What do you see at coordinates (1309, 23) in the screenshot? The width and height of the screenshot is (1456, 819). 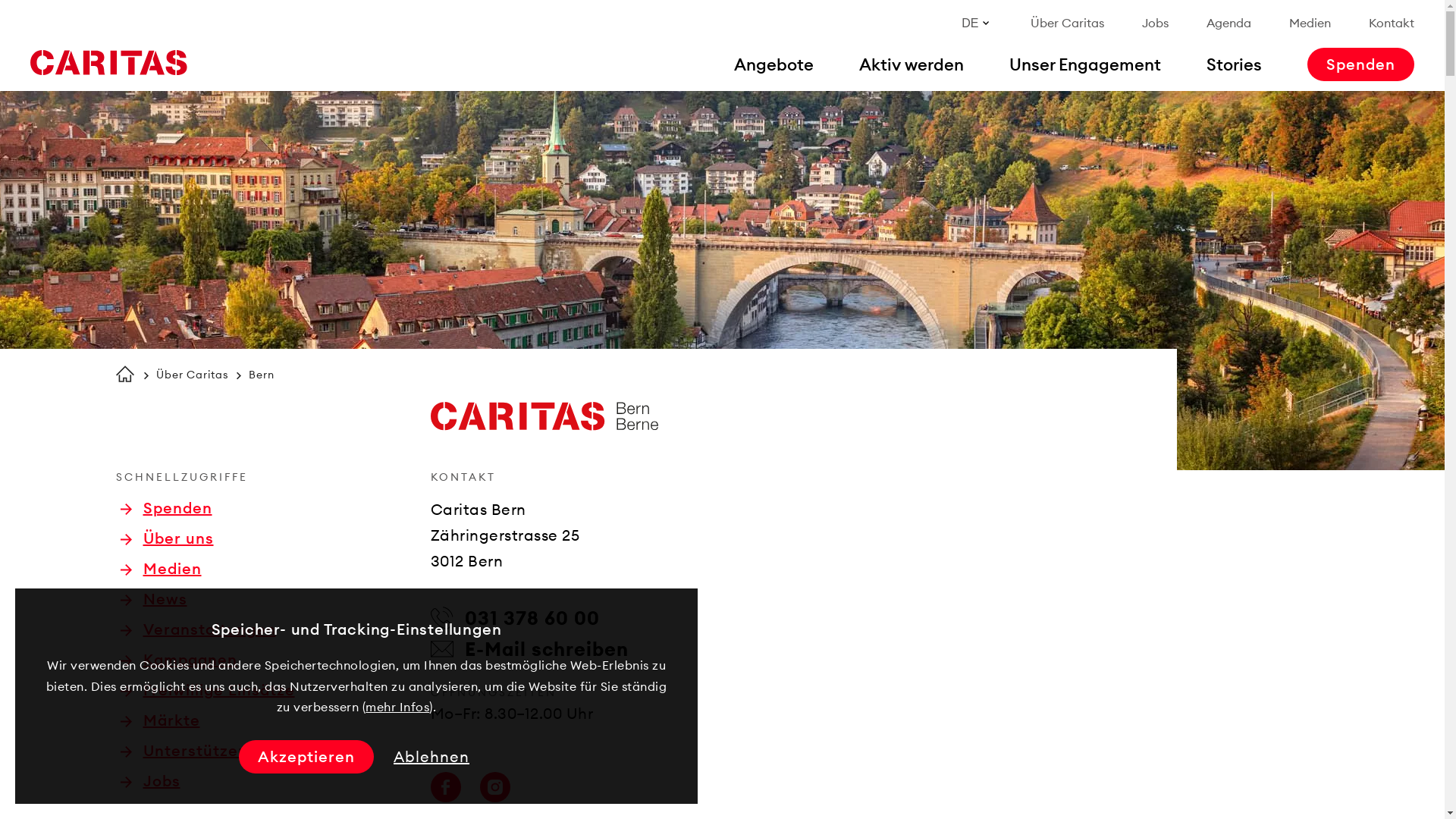 I see `'Medien'` at bounding box center [1309, 23].